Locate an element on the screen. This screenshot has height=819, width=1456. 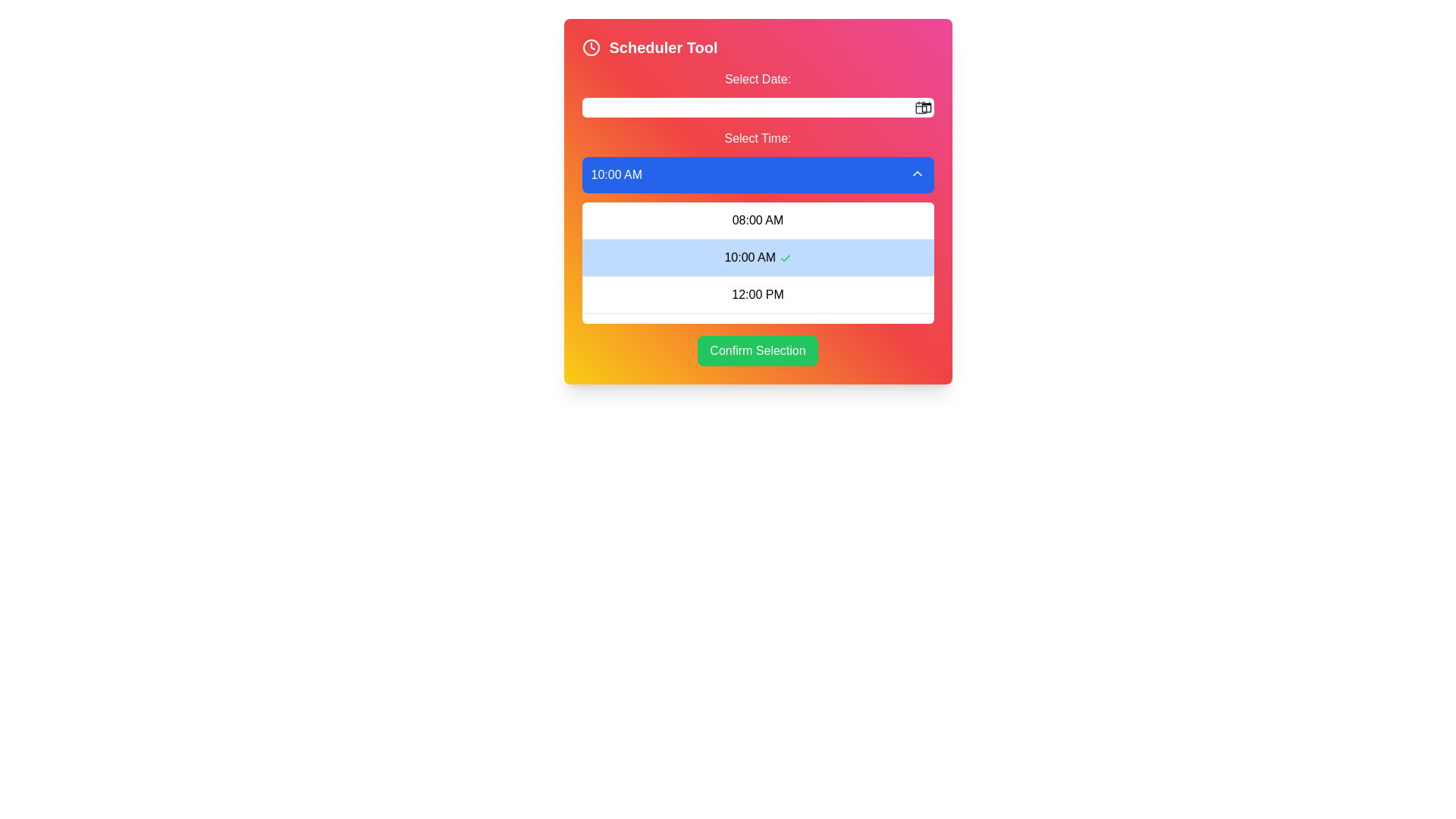
the selectable list item displaying '08:00 AM' is located at coordinates (758, 227).